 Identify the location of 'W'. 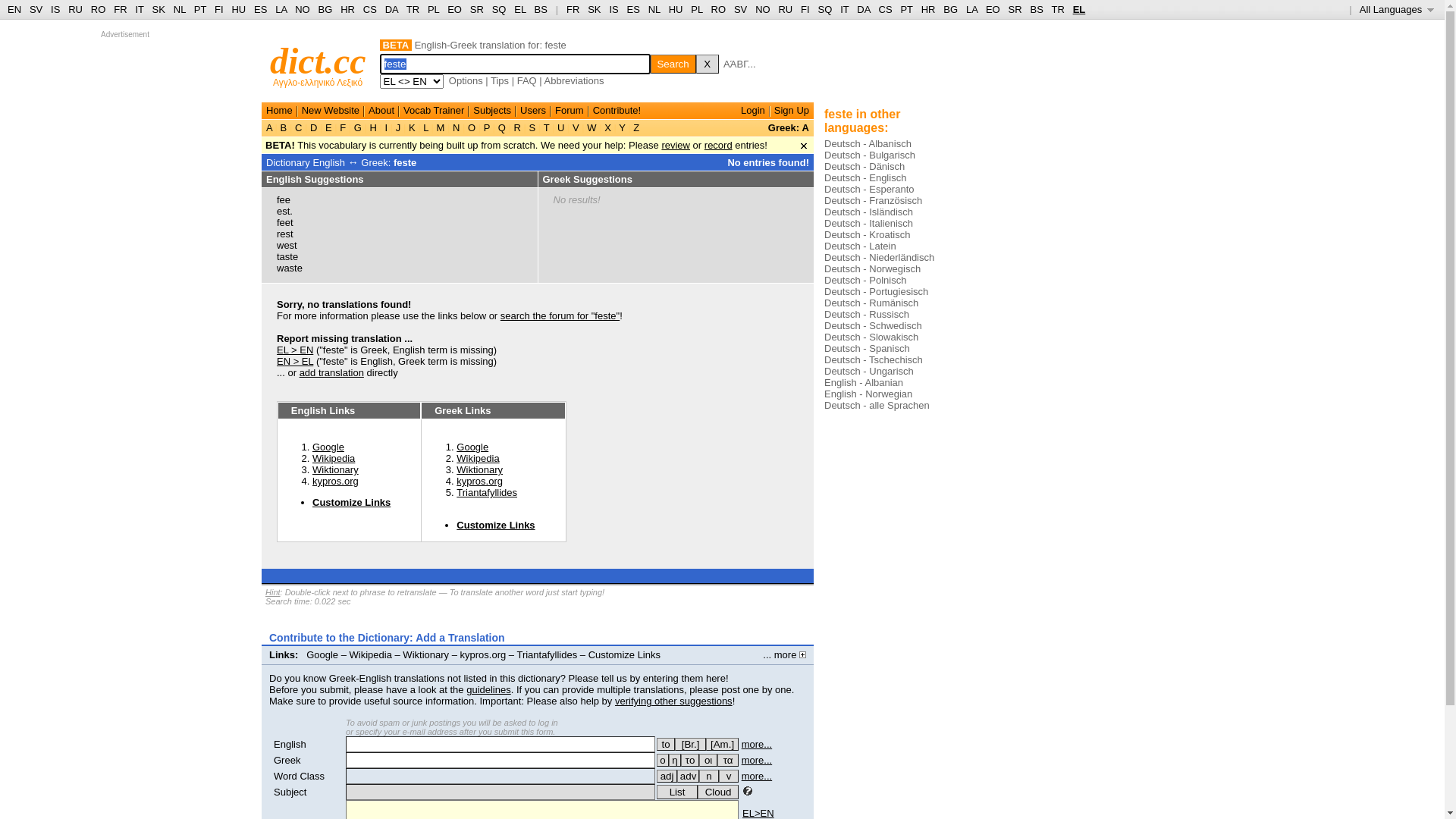
(591, 127).